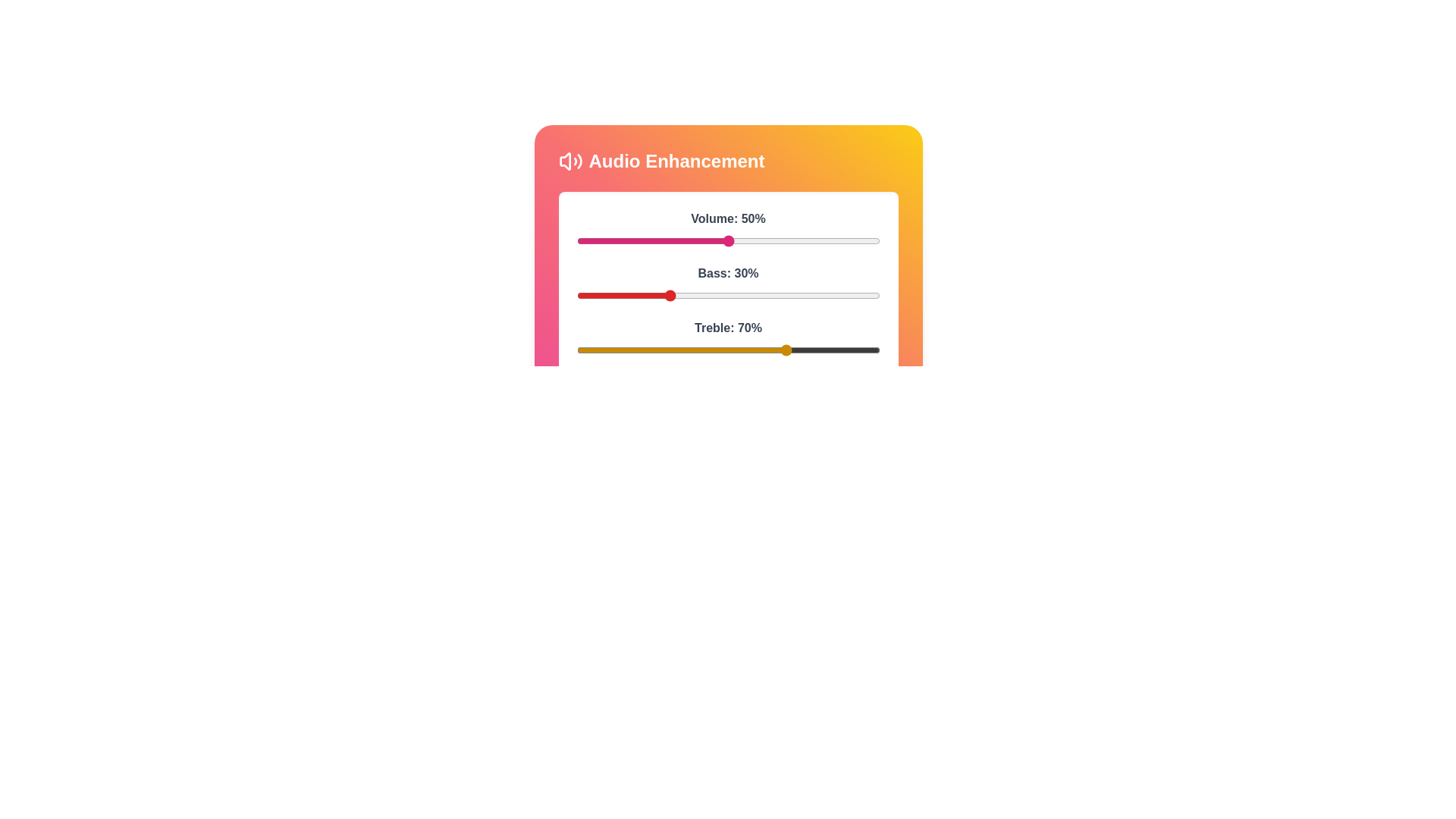  What do you see at coordinates (728, 240) in the screenshot?
I see `the circular pink thumb of the horizontal volume slider, labeled 'Volume: 50%'` at bounding box center [728, 240].